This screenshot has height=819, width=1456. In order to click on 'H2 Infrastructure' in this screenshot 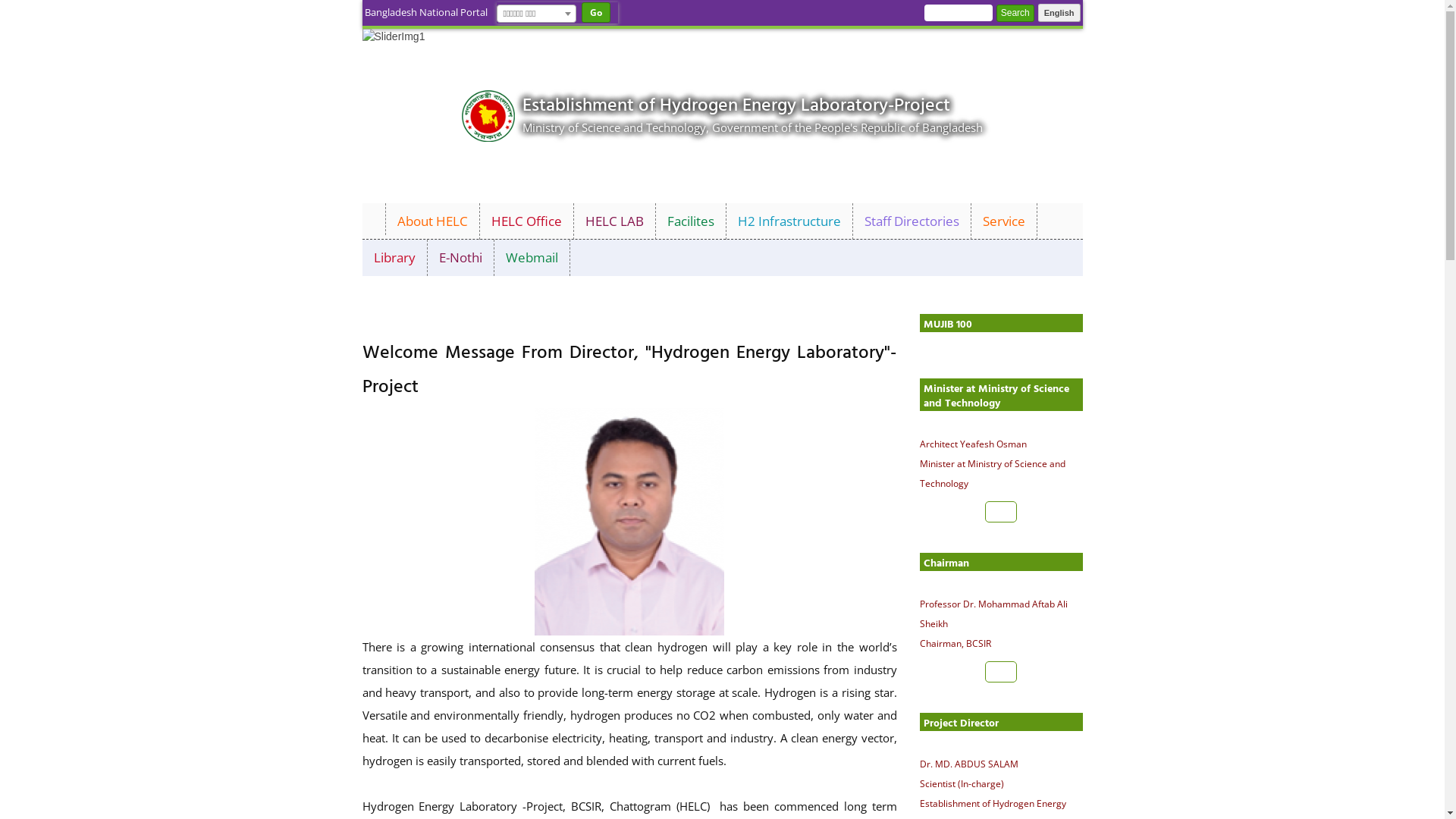, I will do `click(789, 221)`.